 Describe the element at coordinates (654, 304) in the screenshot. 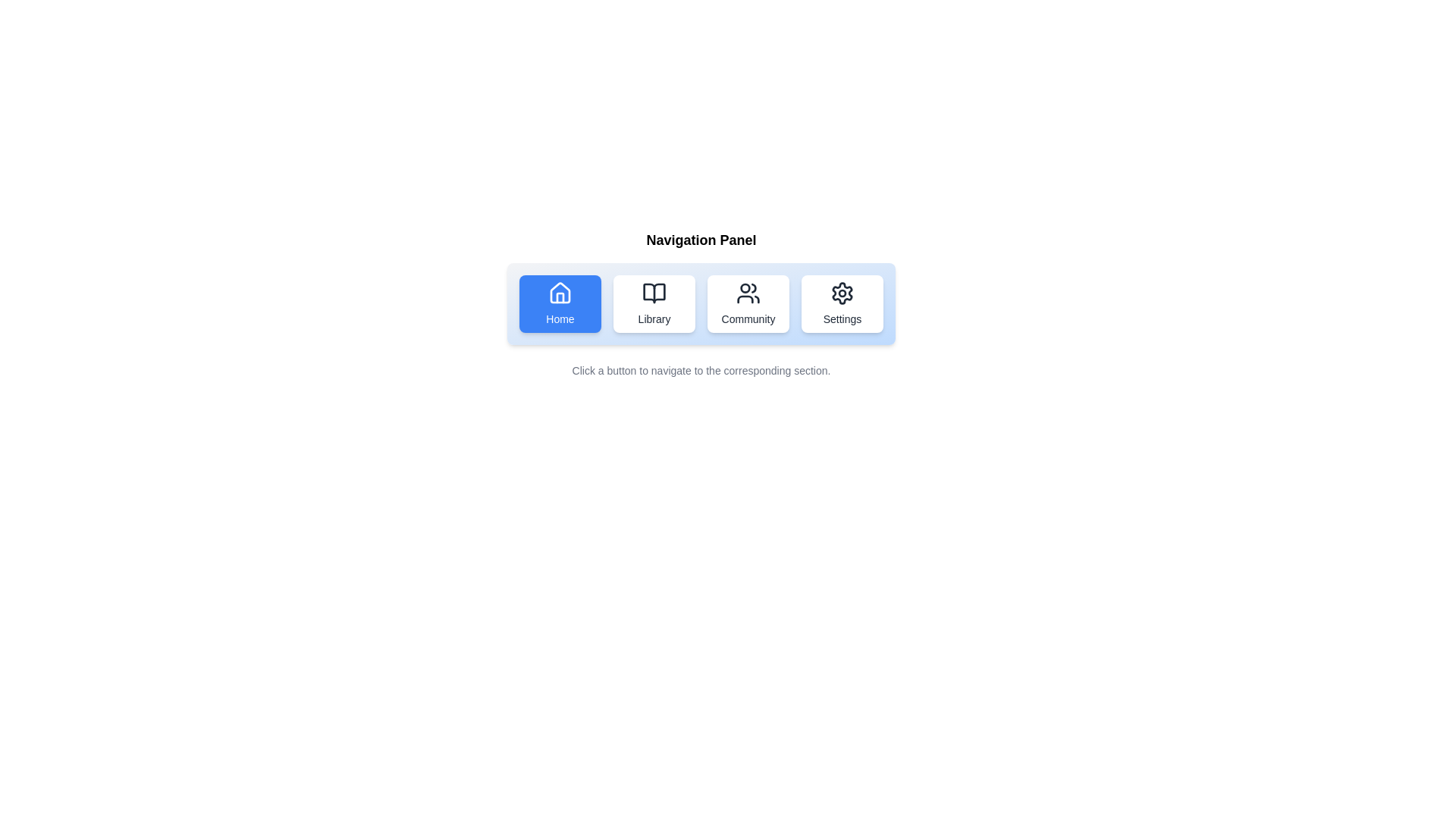

I see `the 'Library' button, which is a rectangular button with an open book icon and rounded corners, located between the 'Home' and 'Community' buttons in the navigation panel` at that location.